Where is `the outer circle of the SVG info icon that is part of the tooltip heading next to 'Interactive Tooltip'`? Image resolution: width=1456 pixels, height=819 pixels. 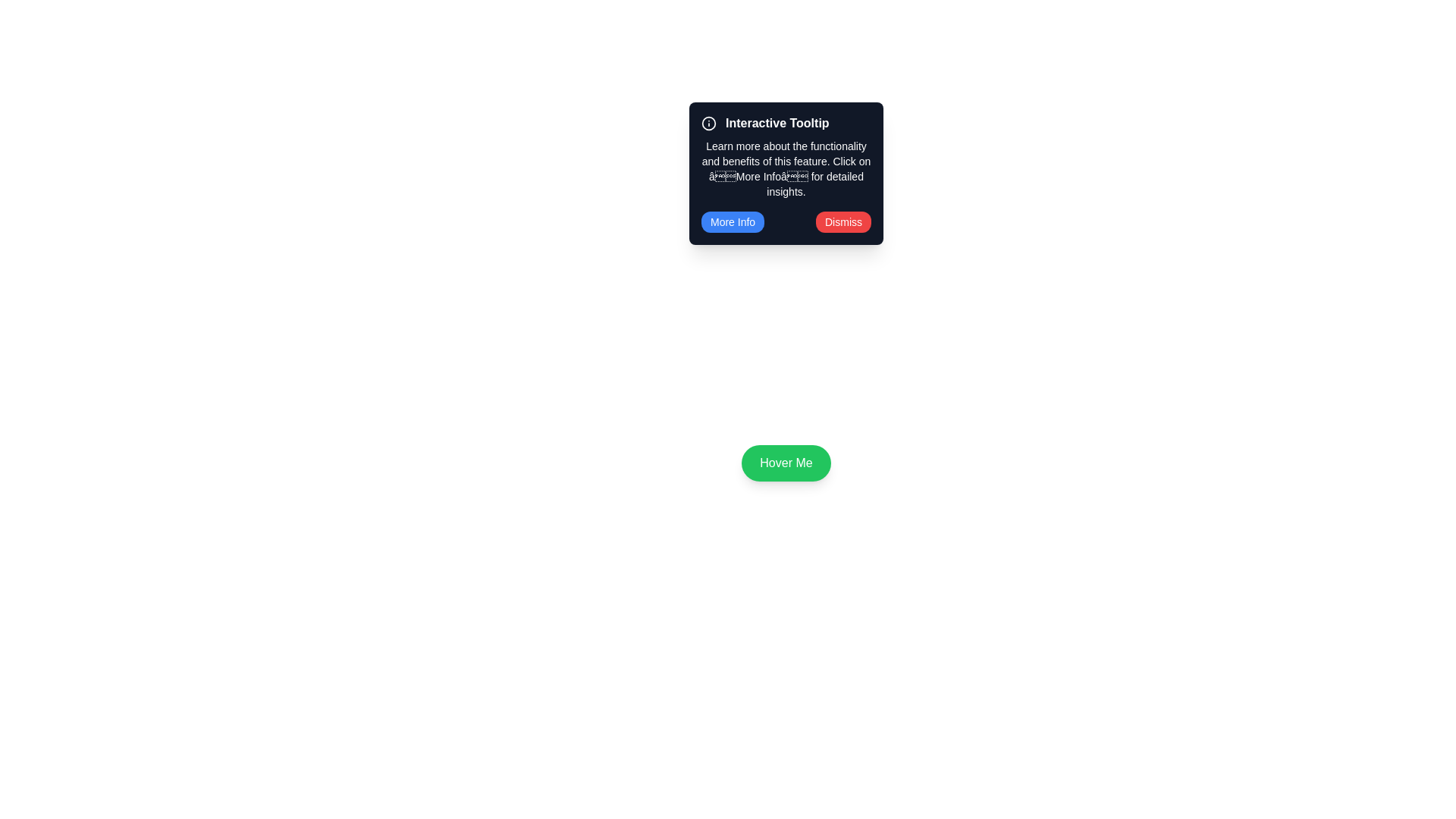 the outer circle of the SVG info icon that is part of the tooltip heading next to 'Interactive Tooltip' is located at coordinates (708, 122).